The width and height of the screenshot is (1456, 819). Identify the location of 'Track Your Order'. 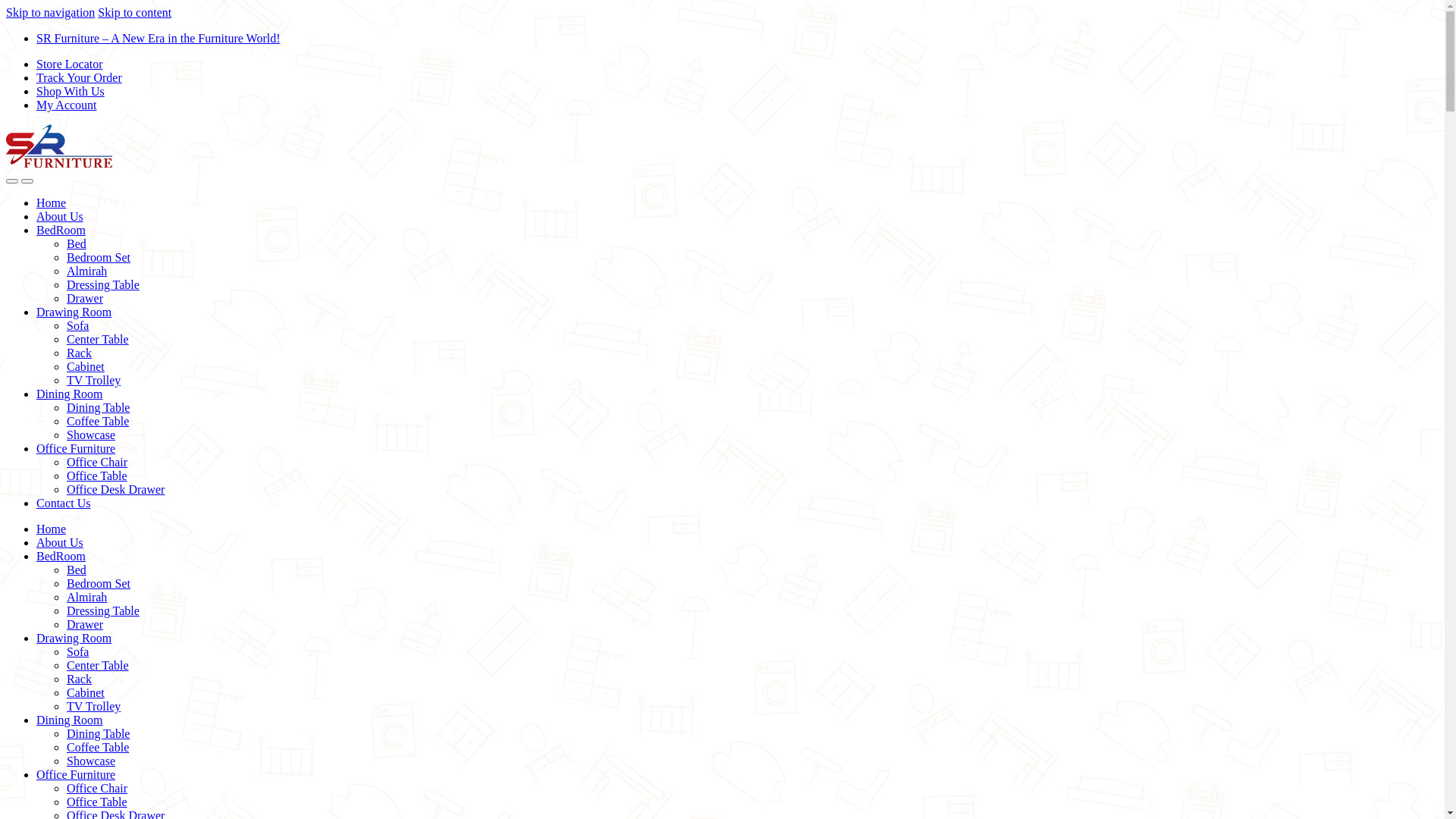
(78, 77).